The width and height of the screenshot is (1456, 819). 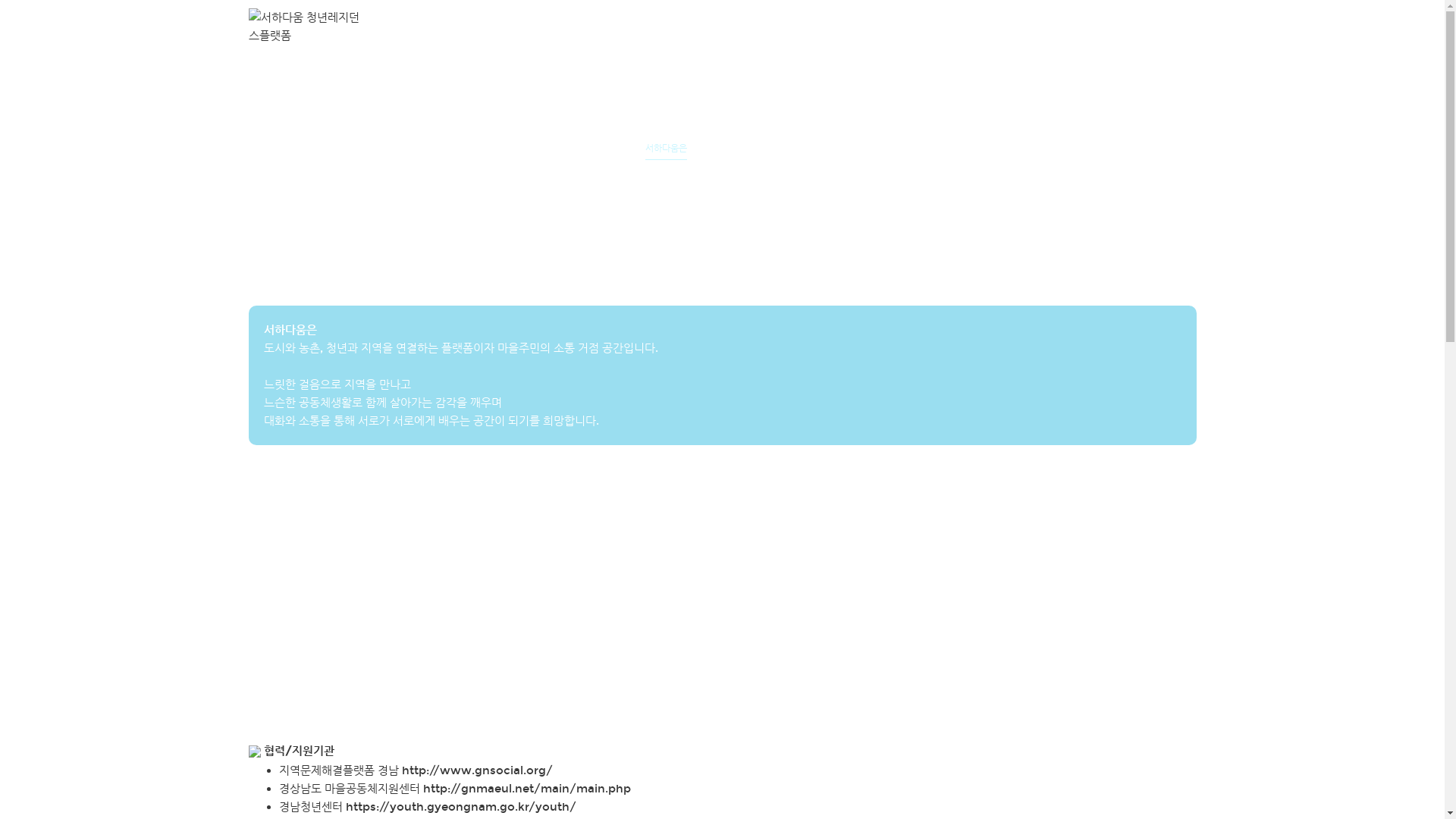 I want to click on 'http://gnmaeul.net/main/main.php', so click(x=527, y=788).